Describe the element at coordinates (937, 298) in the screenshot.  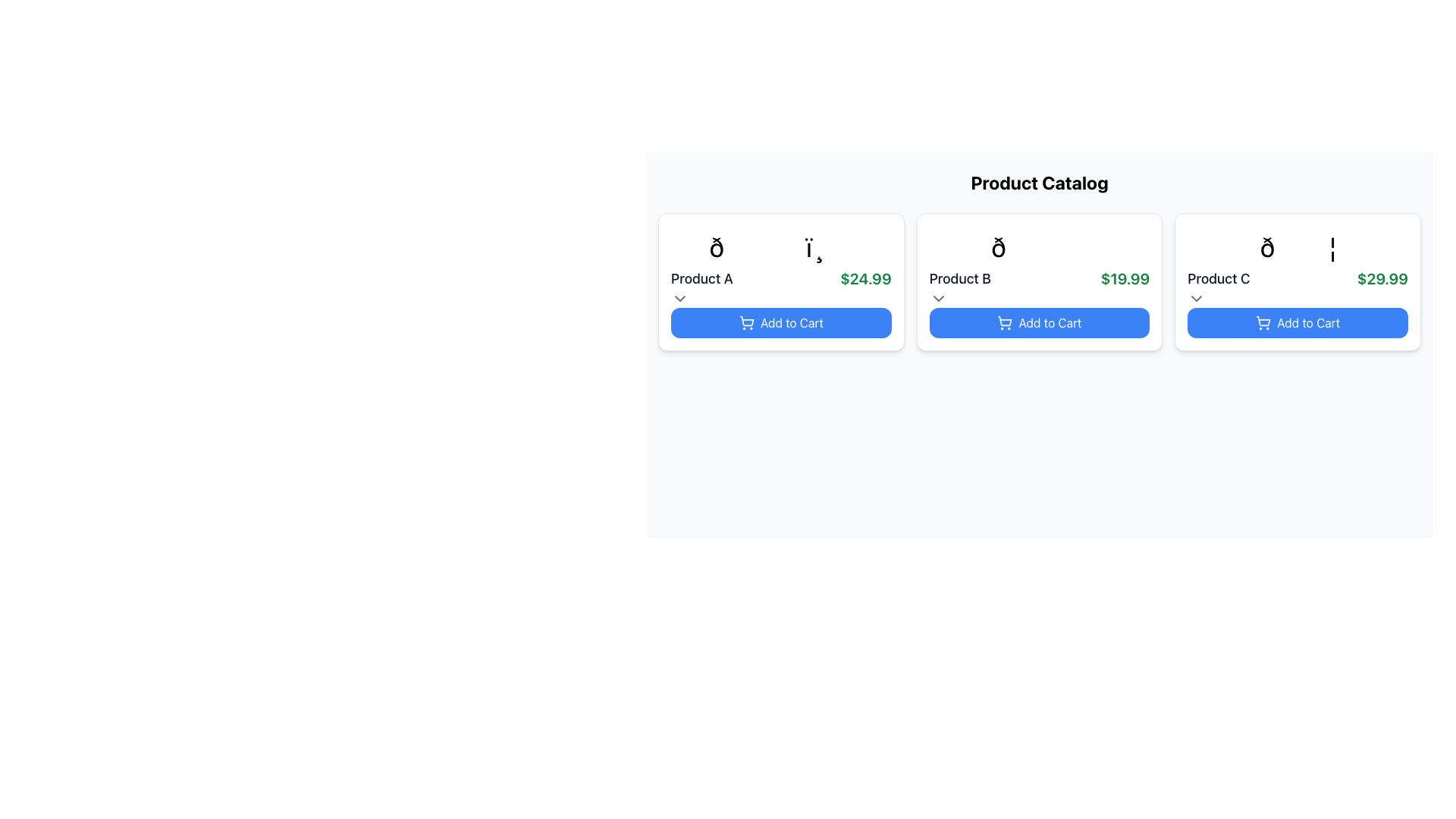
I see `the downward-pointing chevron icon located below the product title 'Product B'` at that location.